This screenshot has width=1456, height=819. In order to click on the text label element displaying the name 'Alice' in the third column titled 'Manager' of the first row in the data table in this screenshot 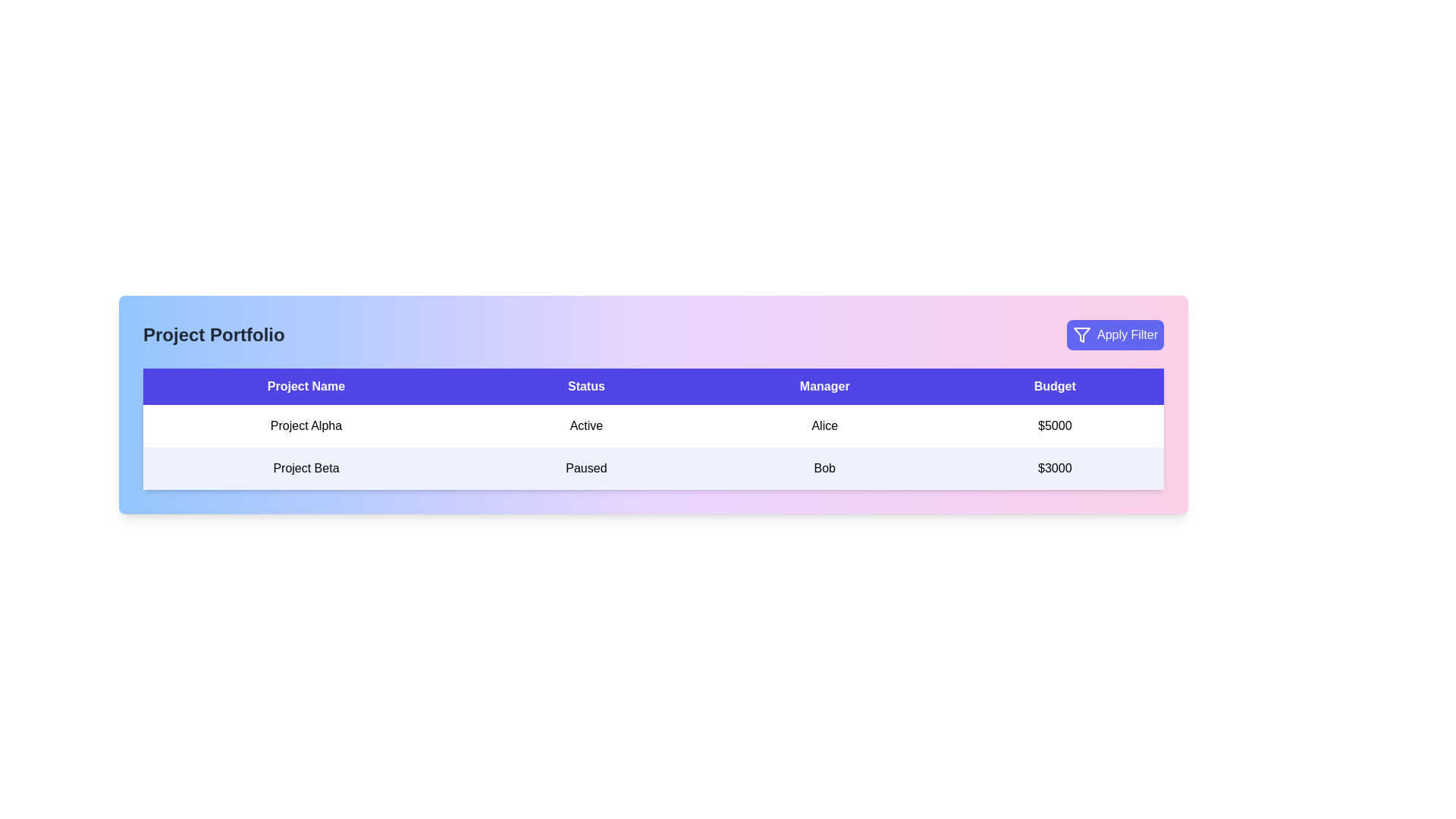, I will do `click(824, 426)`.